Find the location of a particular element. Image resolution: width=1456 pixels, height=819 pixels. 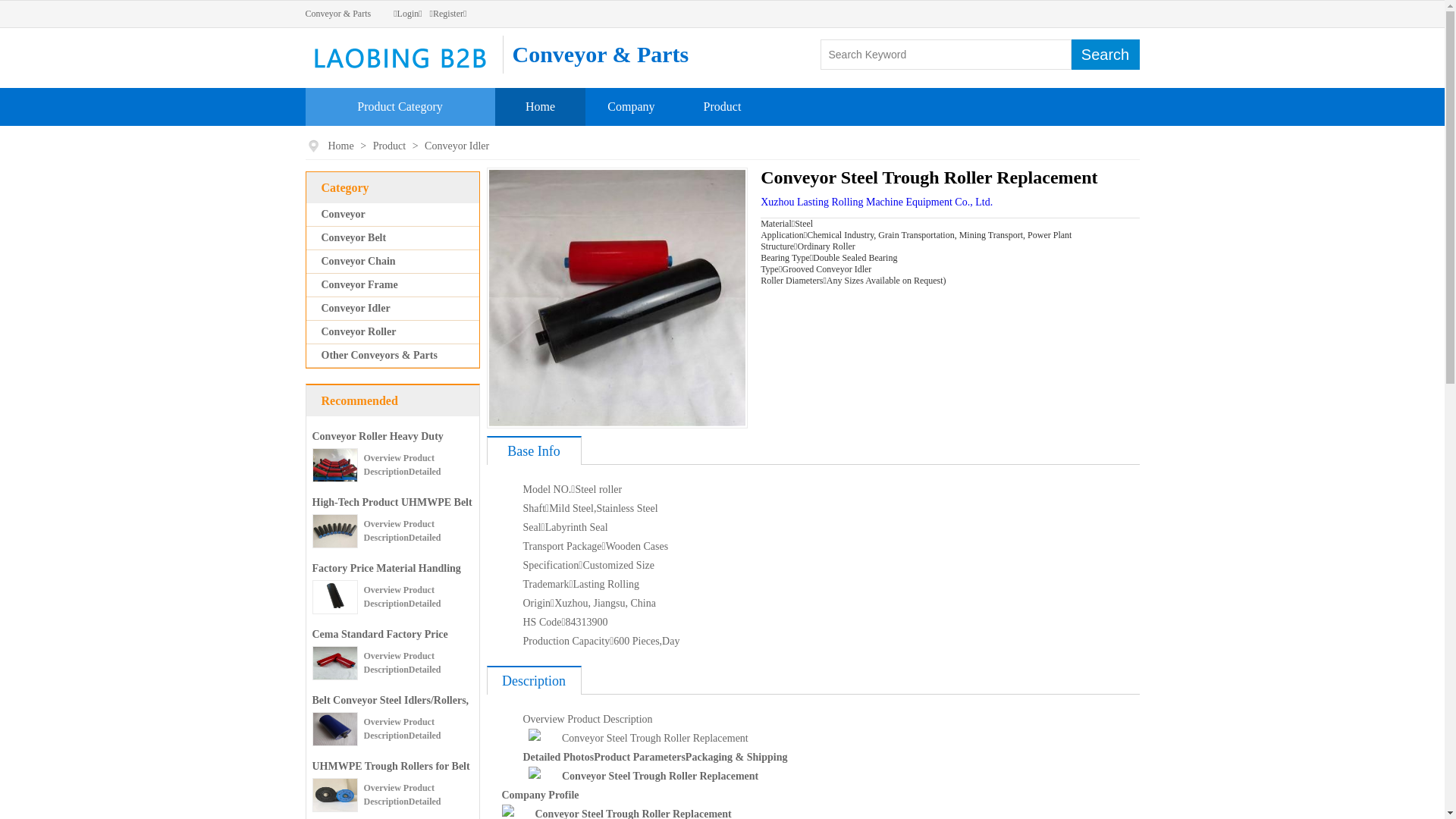

'Xuzhou Lasting Rolling Machine Equipment Co., Ltd.' is located at coordinates (877, 201).